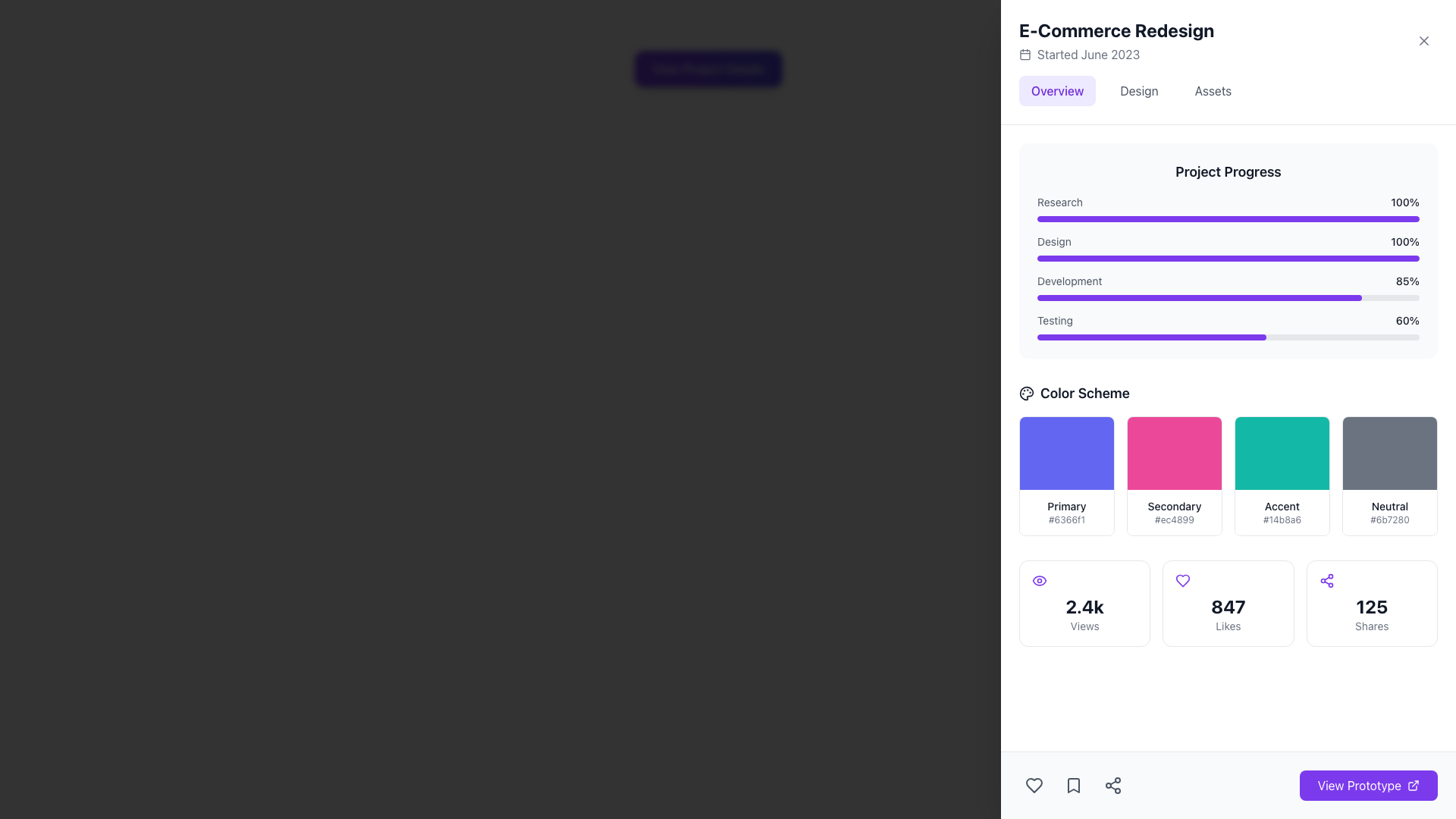  I want to click on the bookmark icon located in the bottom navigation bar, second from the left, so click(1073, 785).